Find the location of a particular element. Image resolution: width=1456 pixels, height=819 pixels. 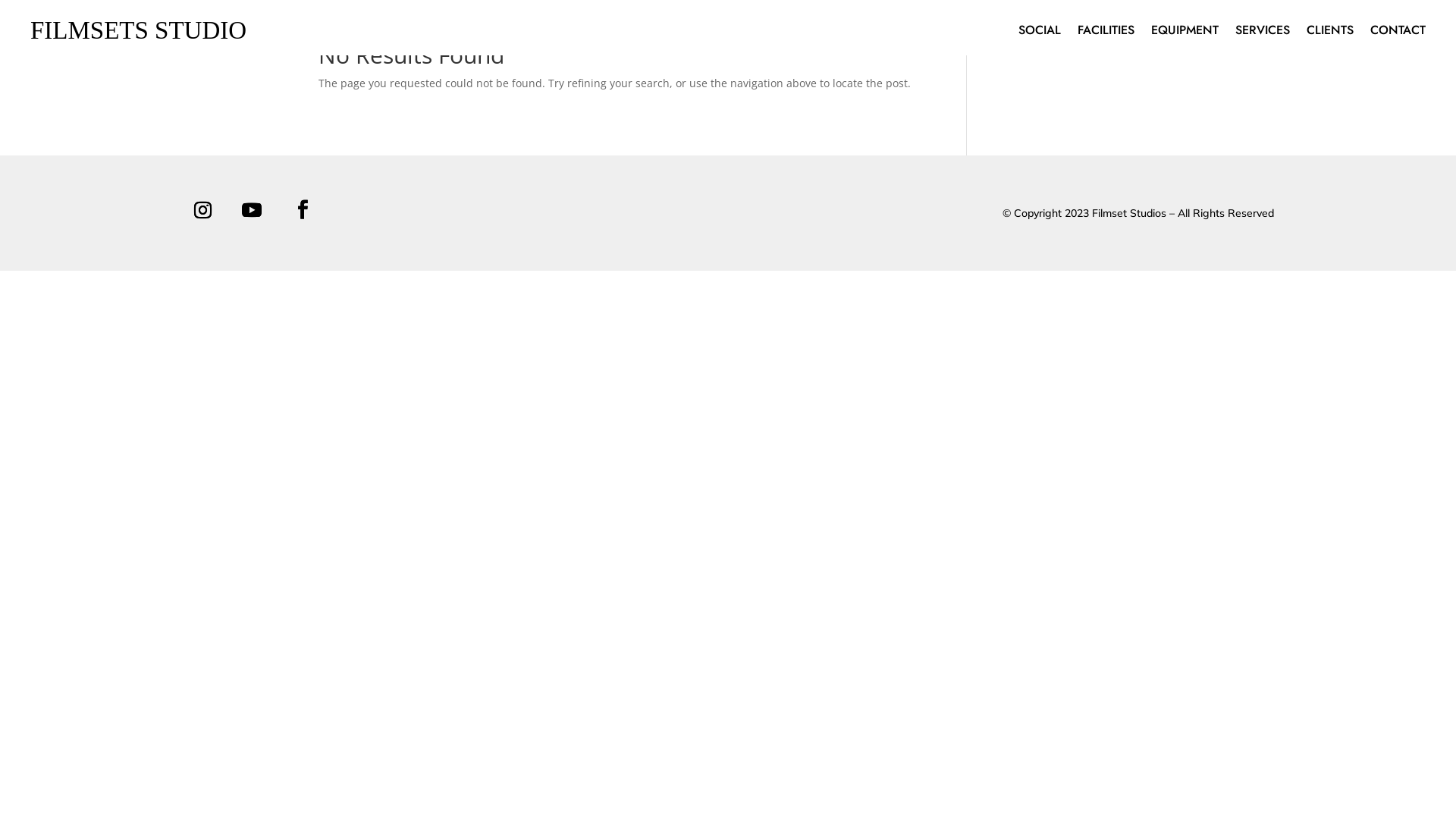

'EQUIPMENT' is located at coordinates (1184, 33).